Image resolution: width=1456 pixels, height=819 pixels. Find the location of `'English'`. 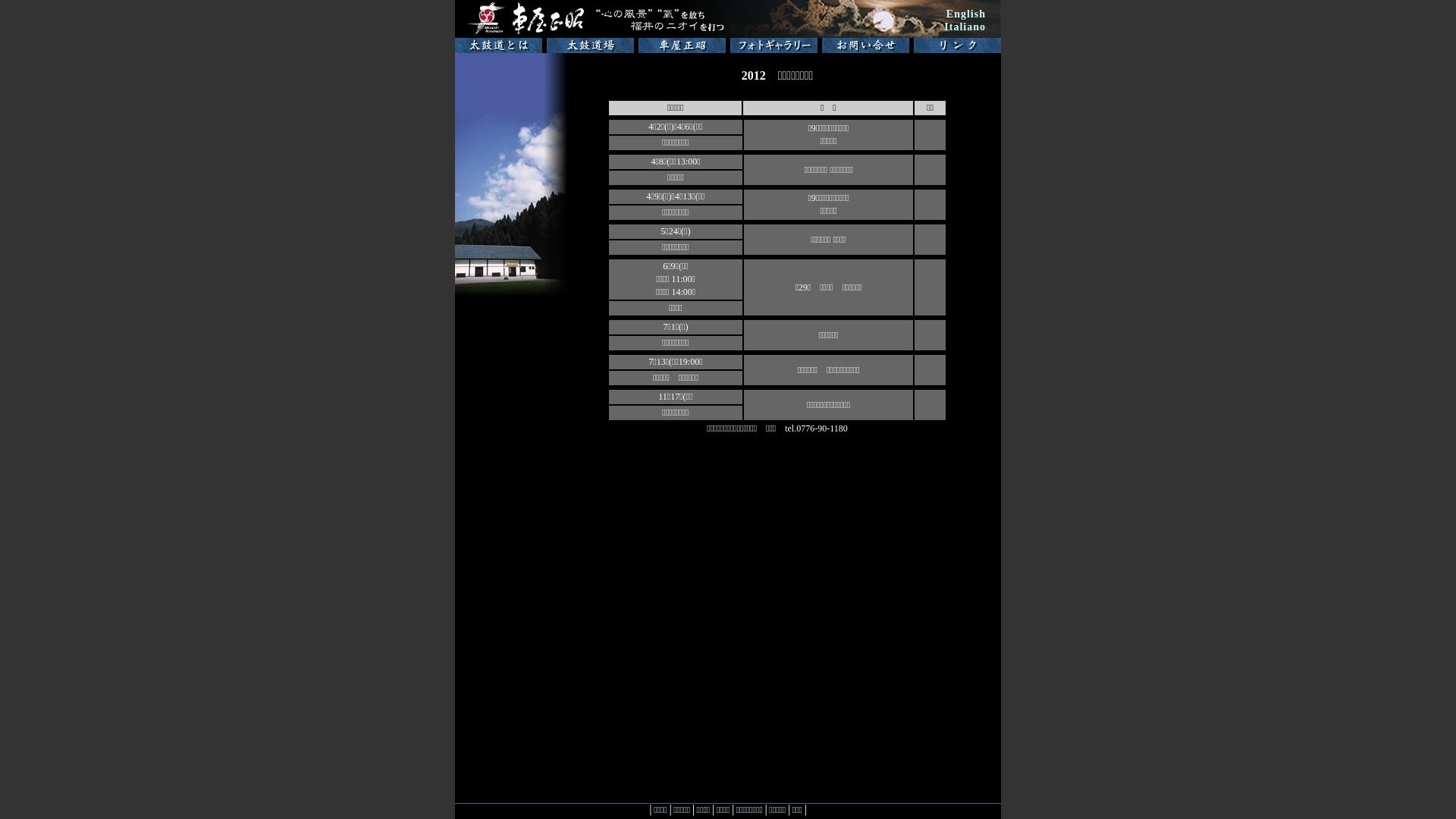

'English' is located at coordinates (965, 14).